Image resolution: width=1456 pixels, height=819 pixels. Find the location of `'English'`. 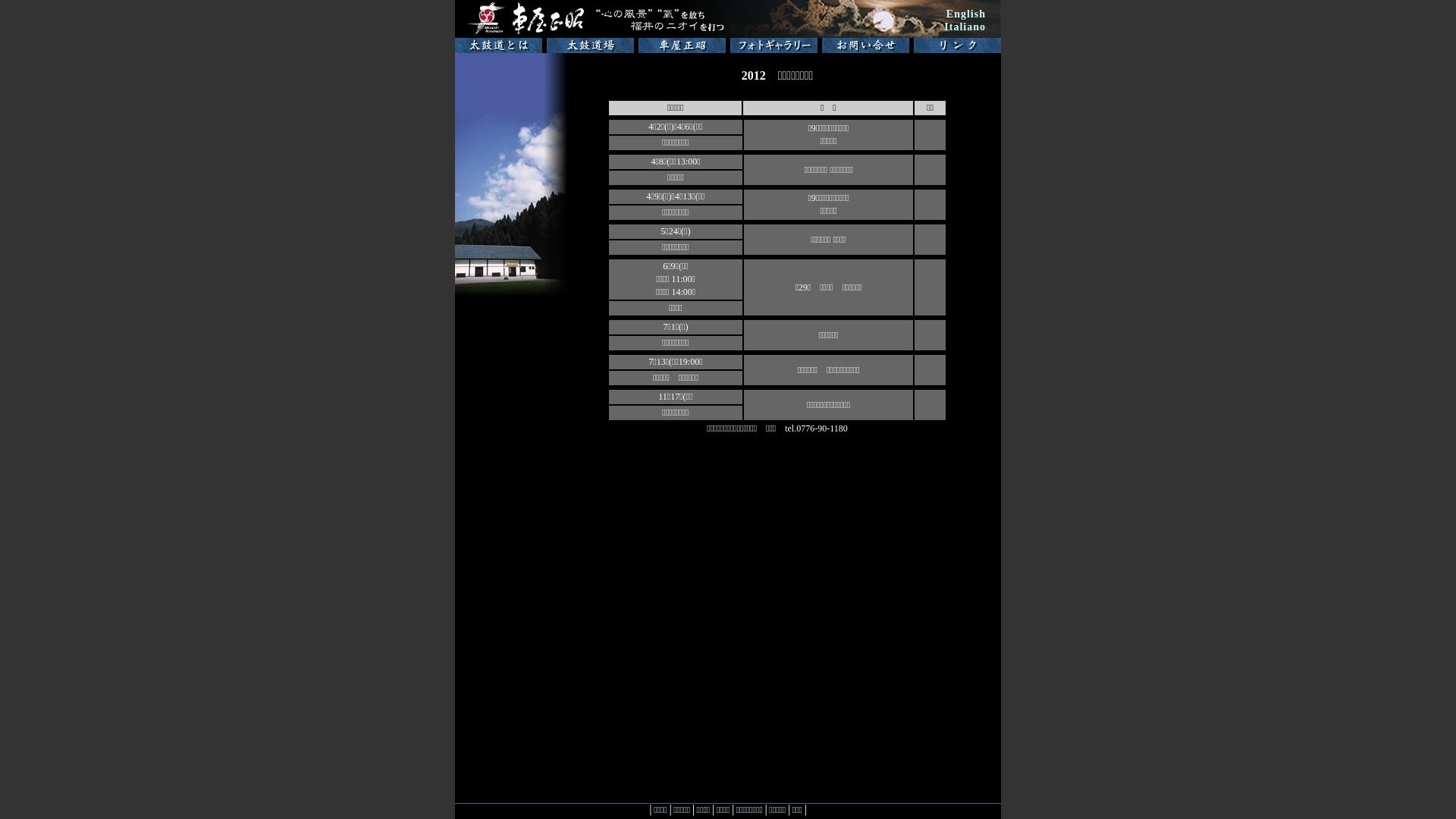

'English' is located at coordinates (965, 14).